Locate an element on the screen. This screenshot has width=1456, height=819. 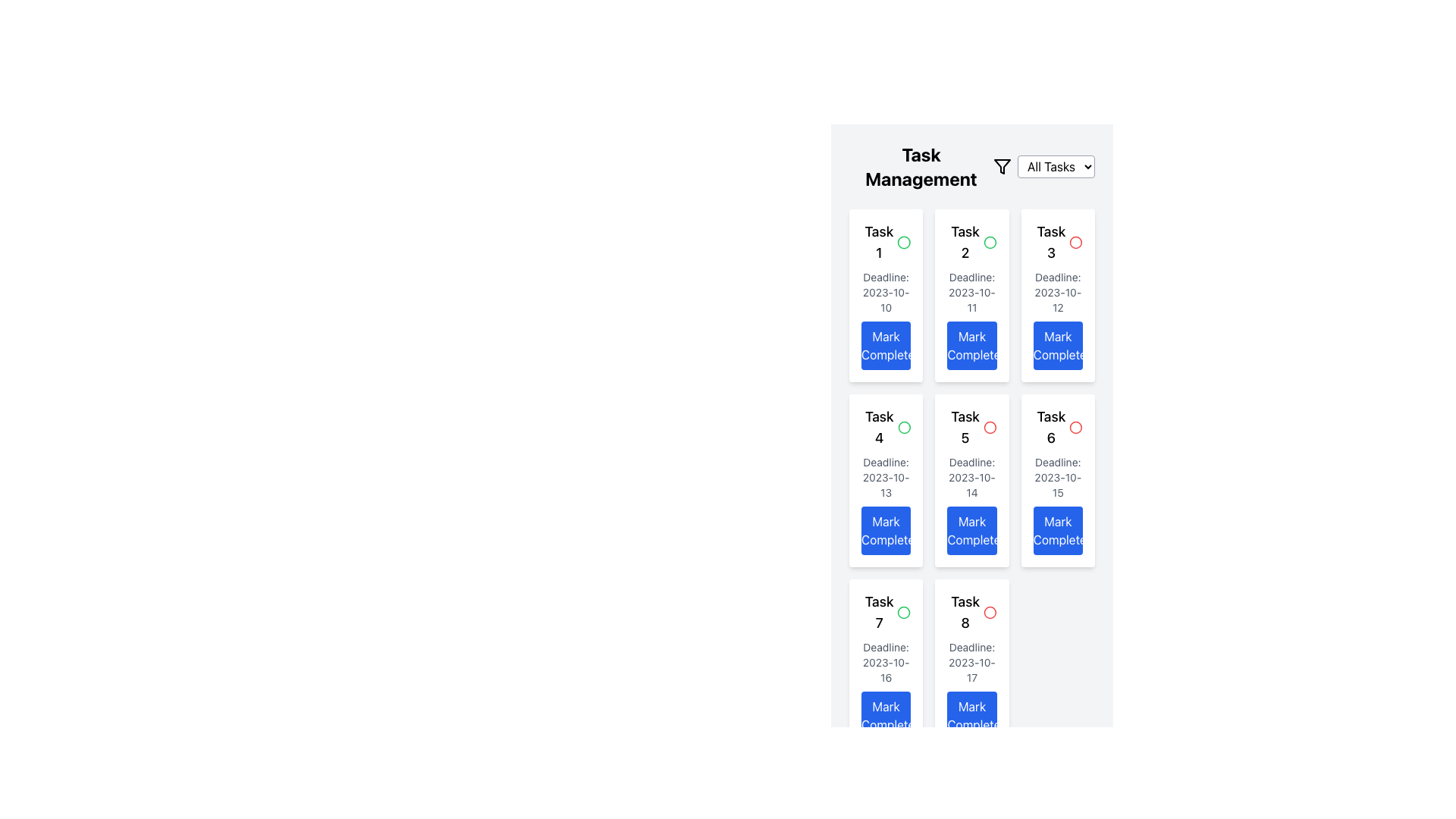
the Circular Indicator with a green outline that symbolizes the completion status of Task 2 in the task management interface, located in the first row, second column of the task cards is located at coordinates (904, 242).